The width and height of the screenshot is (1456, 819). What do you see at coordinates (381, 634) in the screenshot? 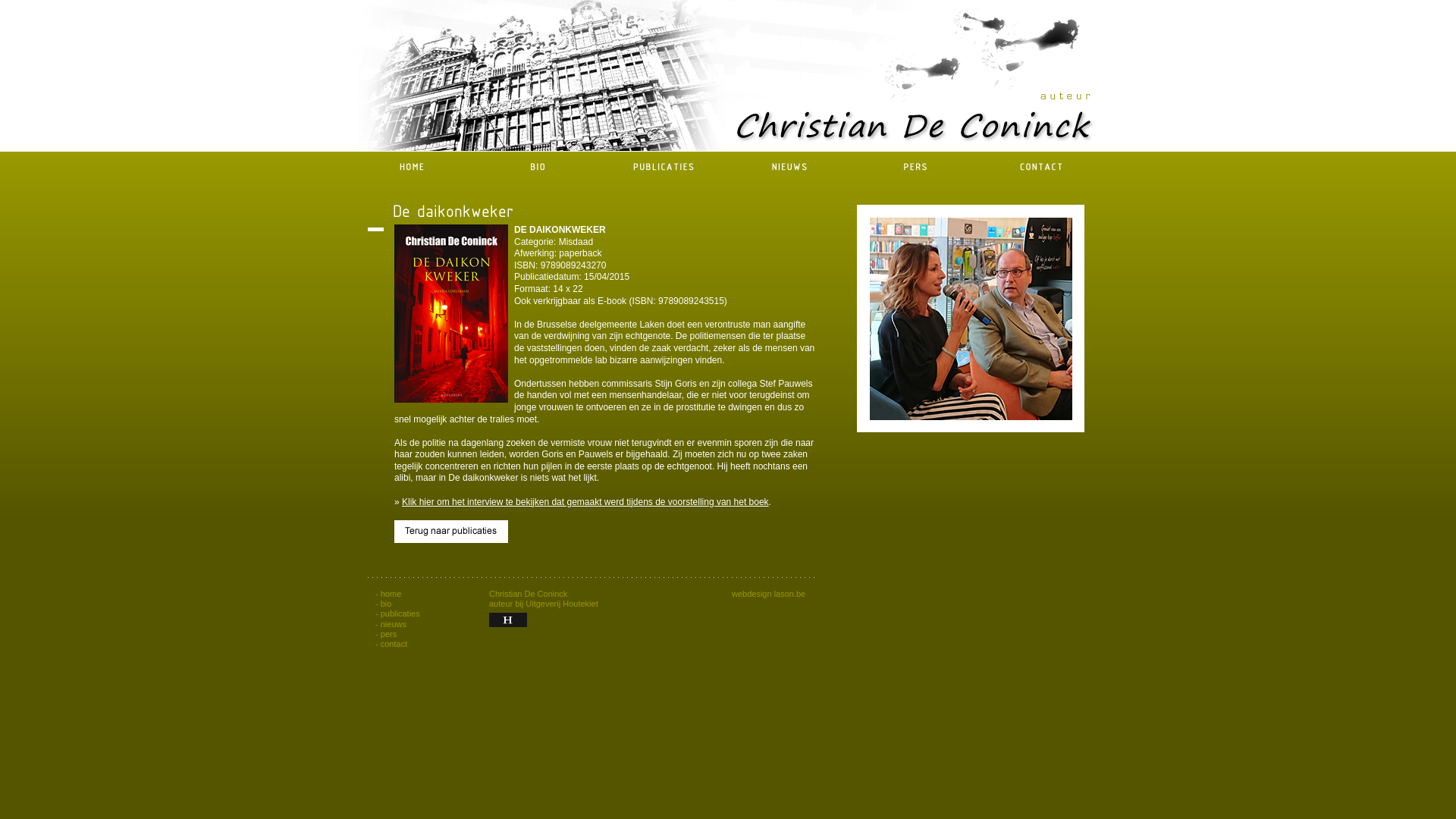
I see `'pers'` at bounding box center [381, 634].